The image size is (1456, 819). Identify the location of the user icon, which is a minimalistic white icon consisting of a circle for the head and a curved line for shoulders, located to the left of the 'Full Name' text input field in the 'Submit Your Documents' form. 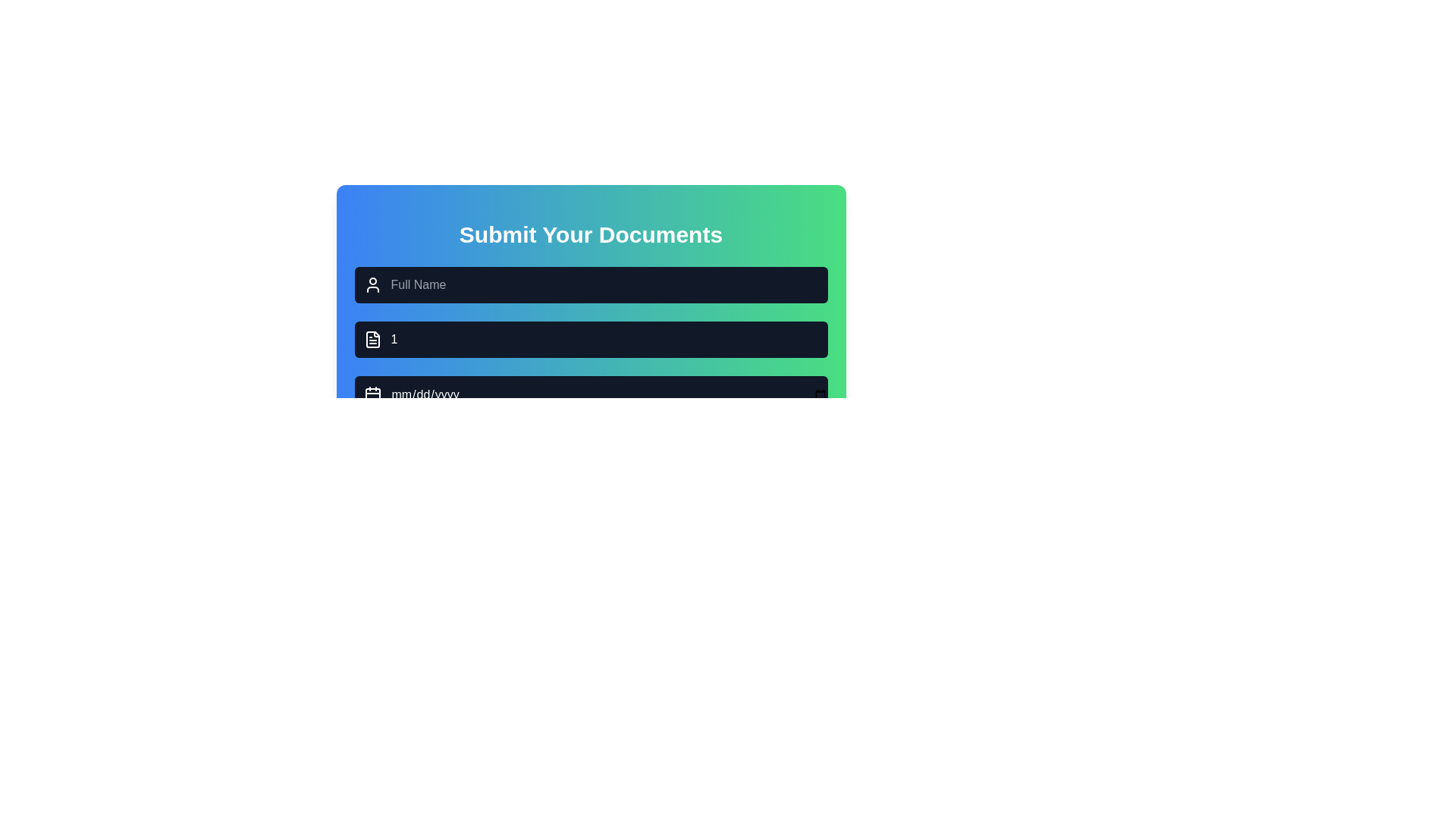
(372, 284).